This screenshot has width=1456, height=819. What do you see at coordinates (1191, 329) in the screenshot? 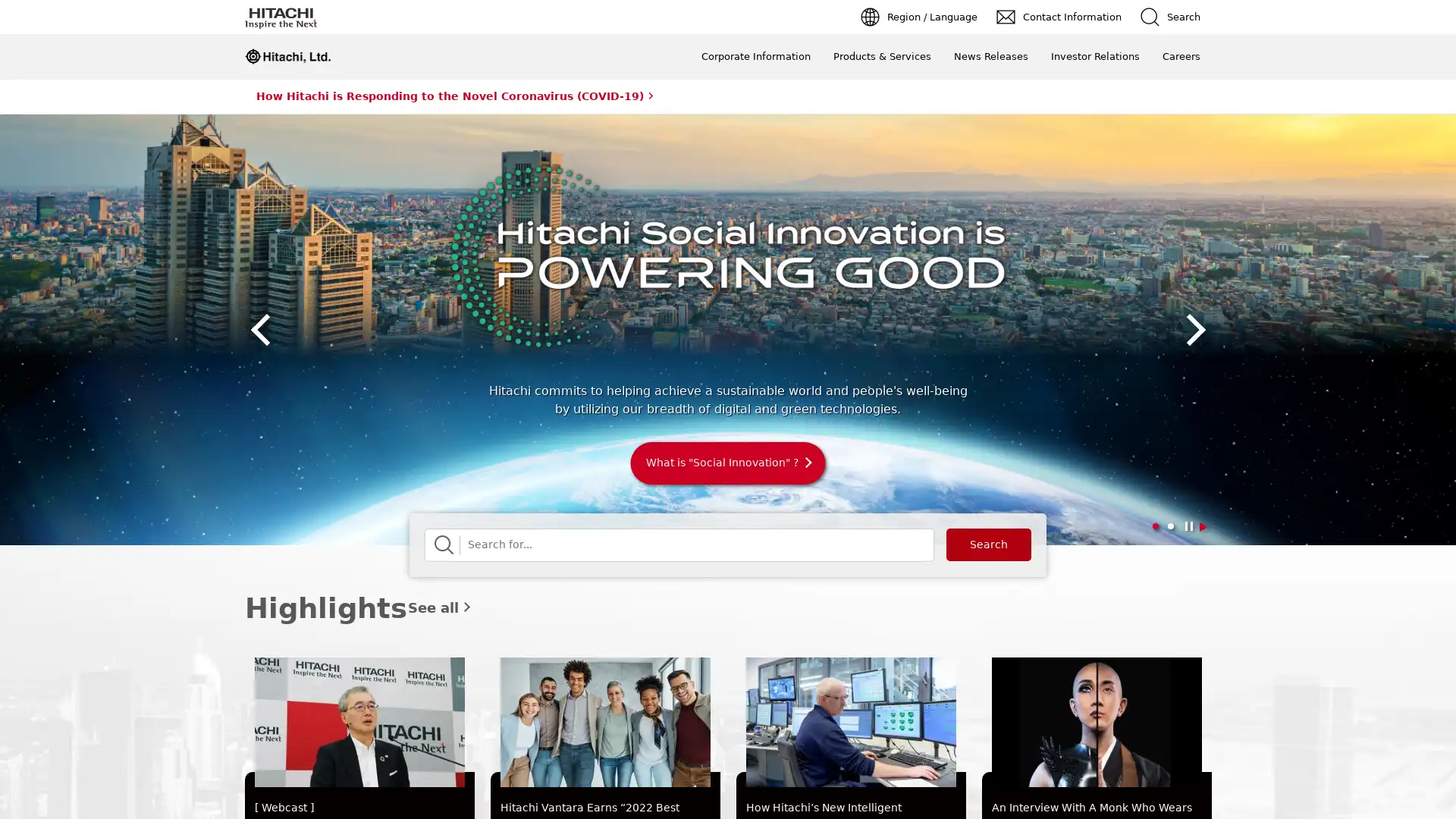
I see `Next` at bounding box center [1191, 329].